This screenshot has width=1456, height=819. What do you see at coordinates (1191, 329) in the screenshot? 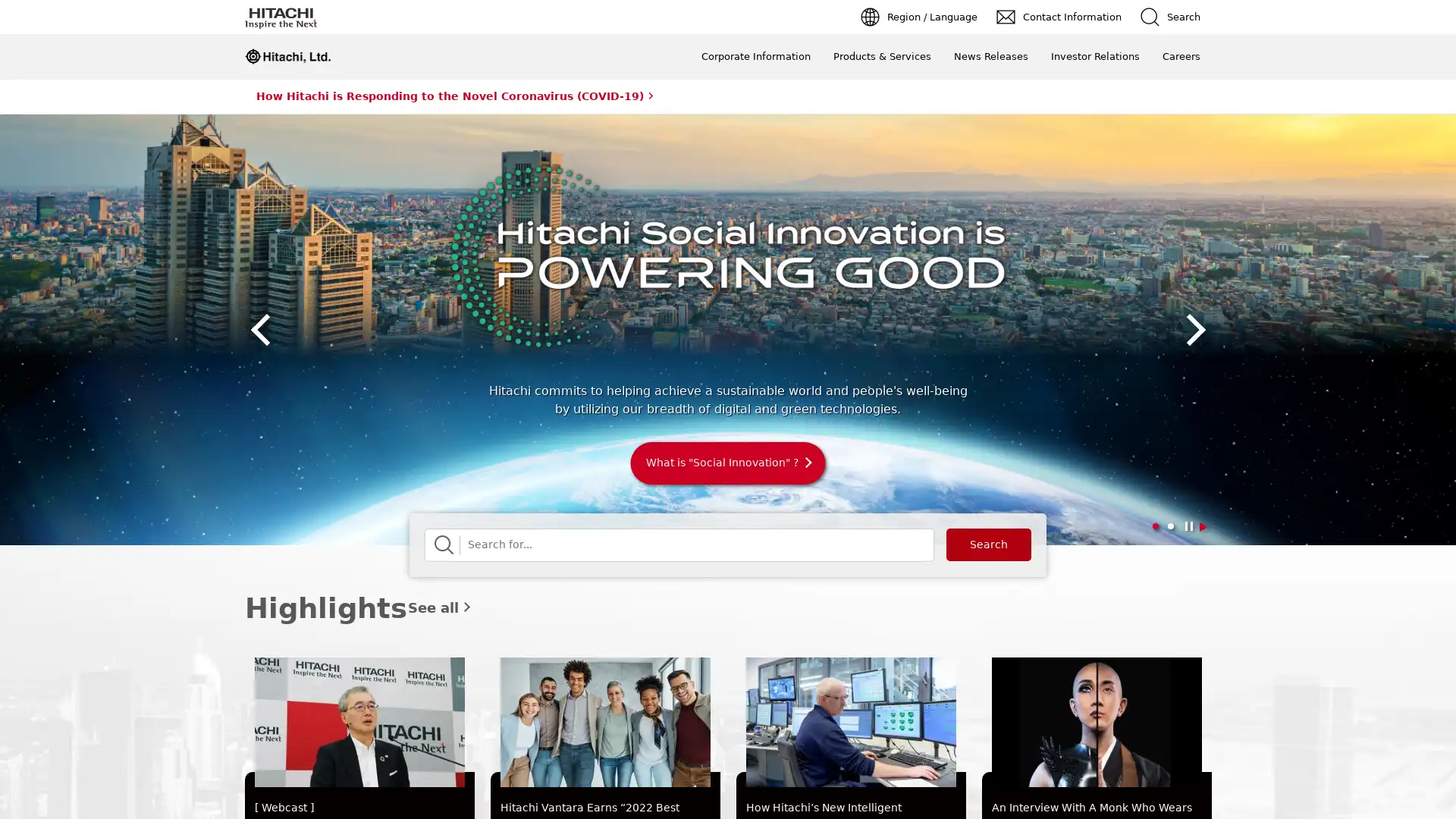
I see `Next` at bounding box center [1191, 329].